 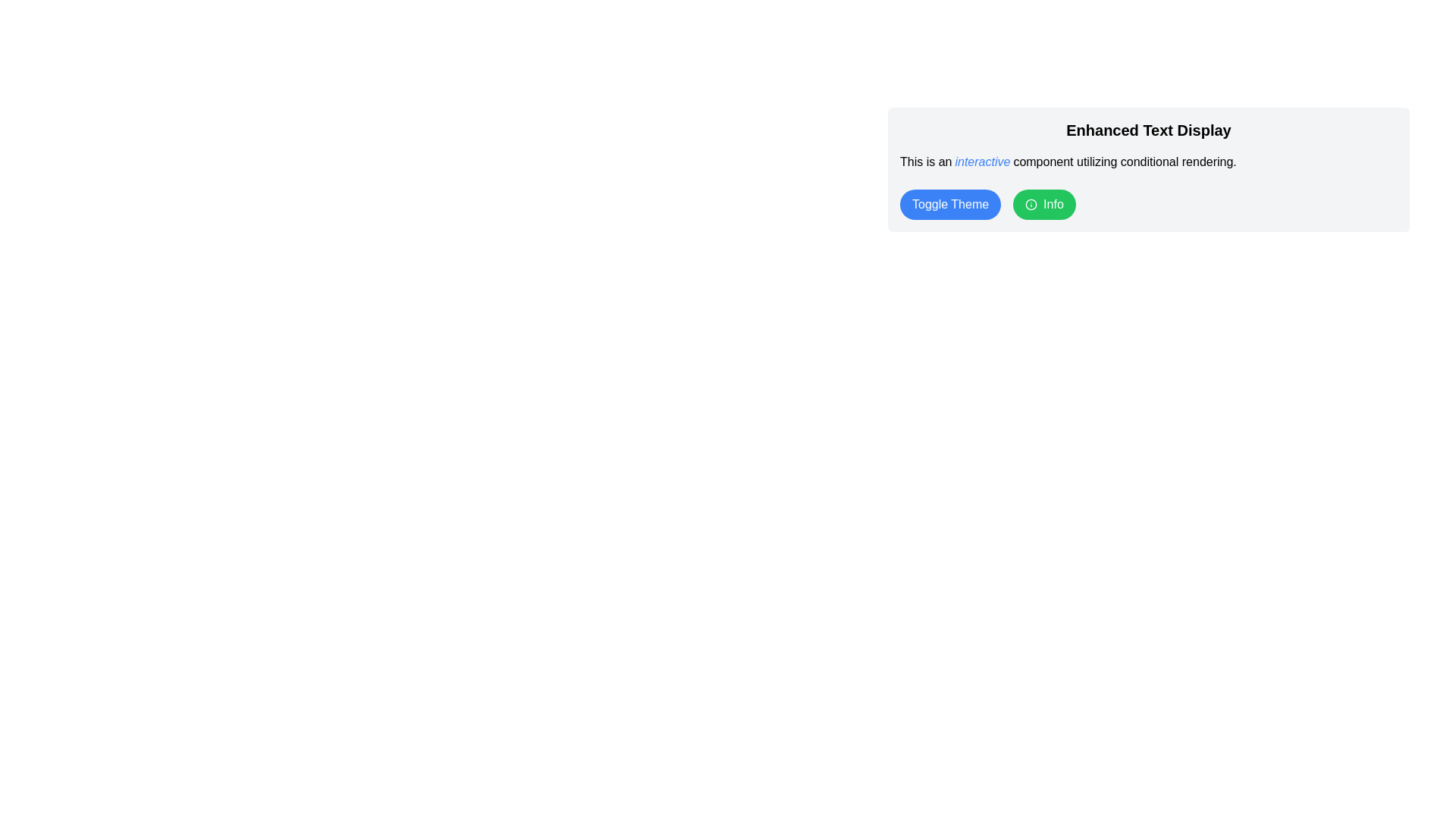 What do you see at coordinates (1149, 162) in the screenshot?
I see `the informational text block that communicates details about dynamic conditional rendering, located below the 'Enhanced Text Display' heading` at bounding box center [1149, 162].